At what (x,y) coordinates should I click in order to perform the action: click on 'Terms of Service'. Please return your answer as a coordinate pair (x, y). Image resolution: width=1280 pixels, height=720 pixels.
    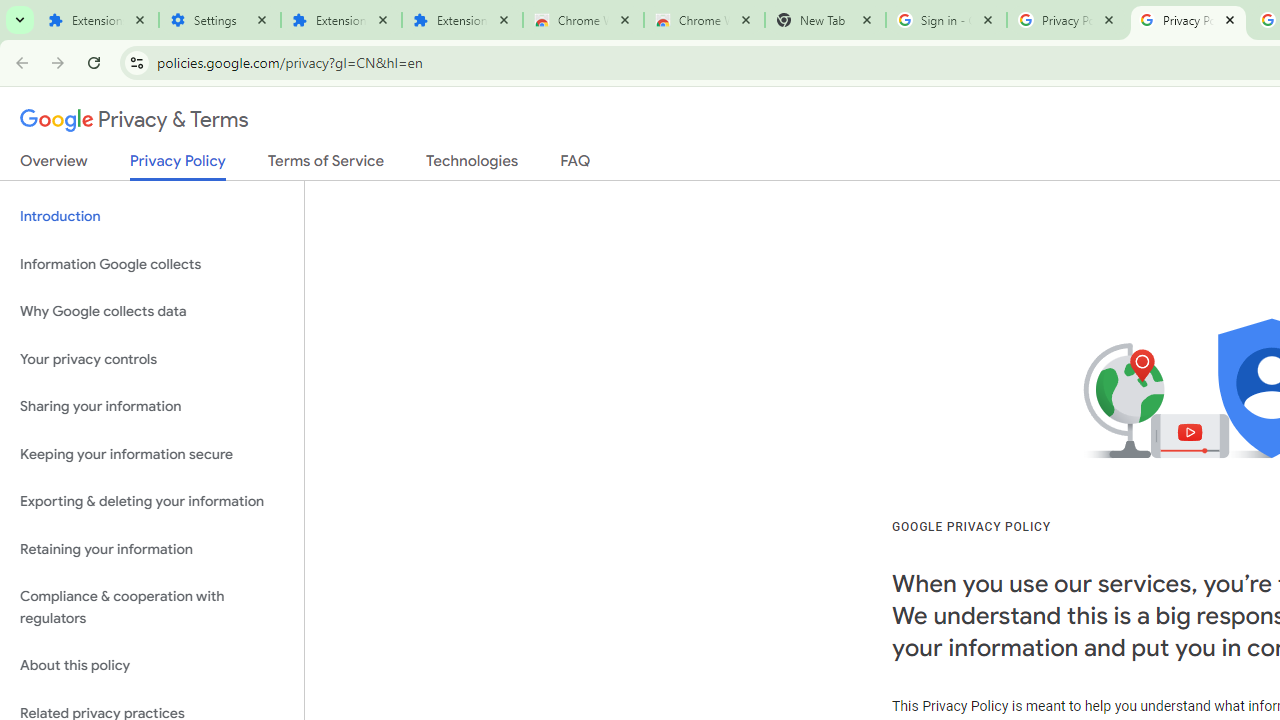
    Looking at the image, I should click on (326, 164).